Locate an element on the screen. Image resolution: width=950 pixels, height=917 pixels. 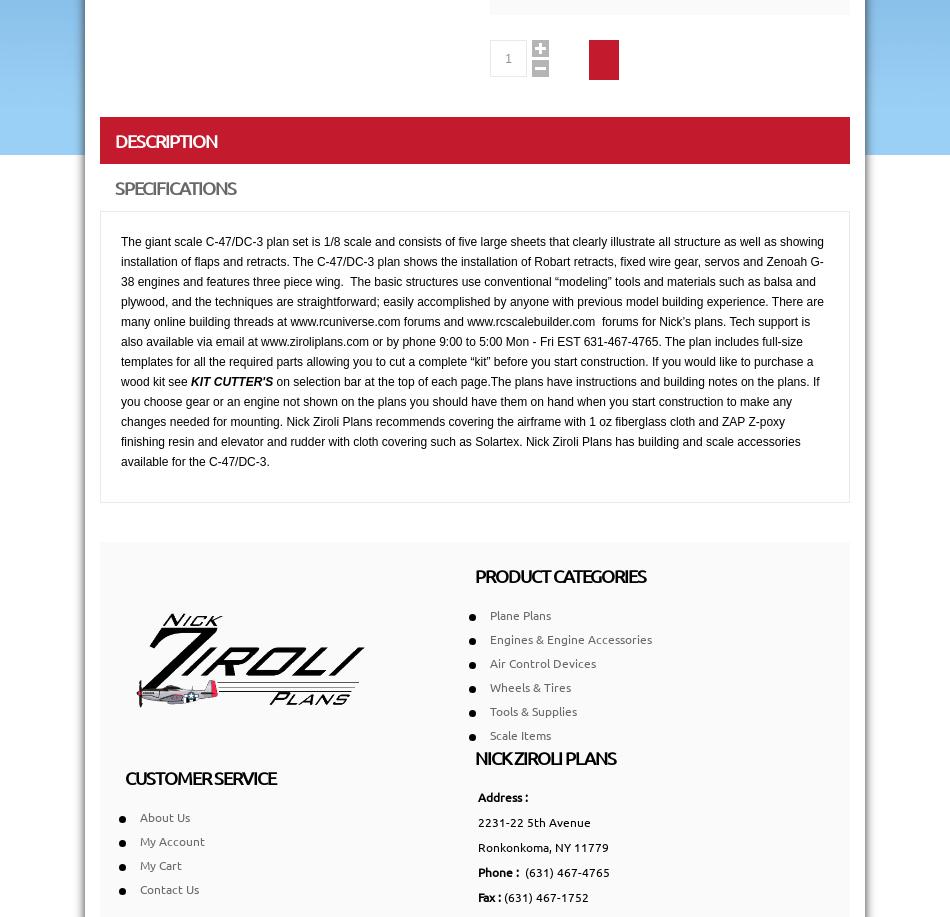
'Wheels & Tires' is located at coordinates (530, 687).